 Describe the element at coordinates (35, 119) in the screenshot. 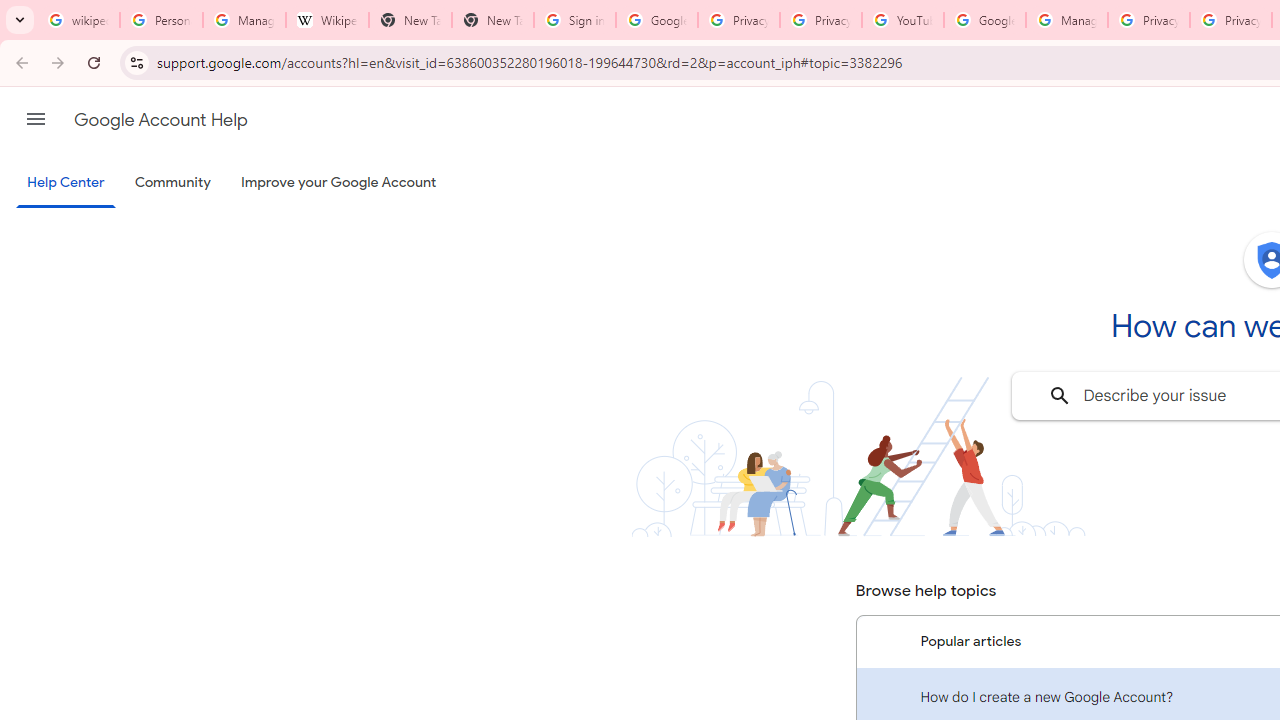

I see `'Main menu'` at that location.